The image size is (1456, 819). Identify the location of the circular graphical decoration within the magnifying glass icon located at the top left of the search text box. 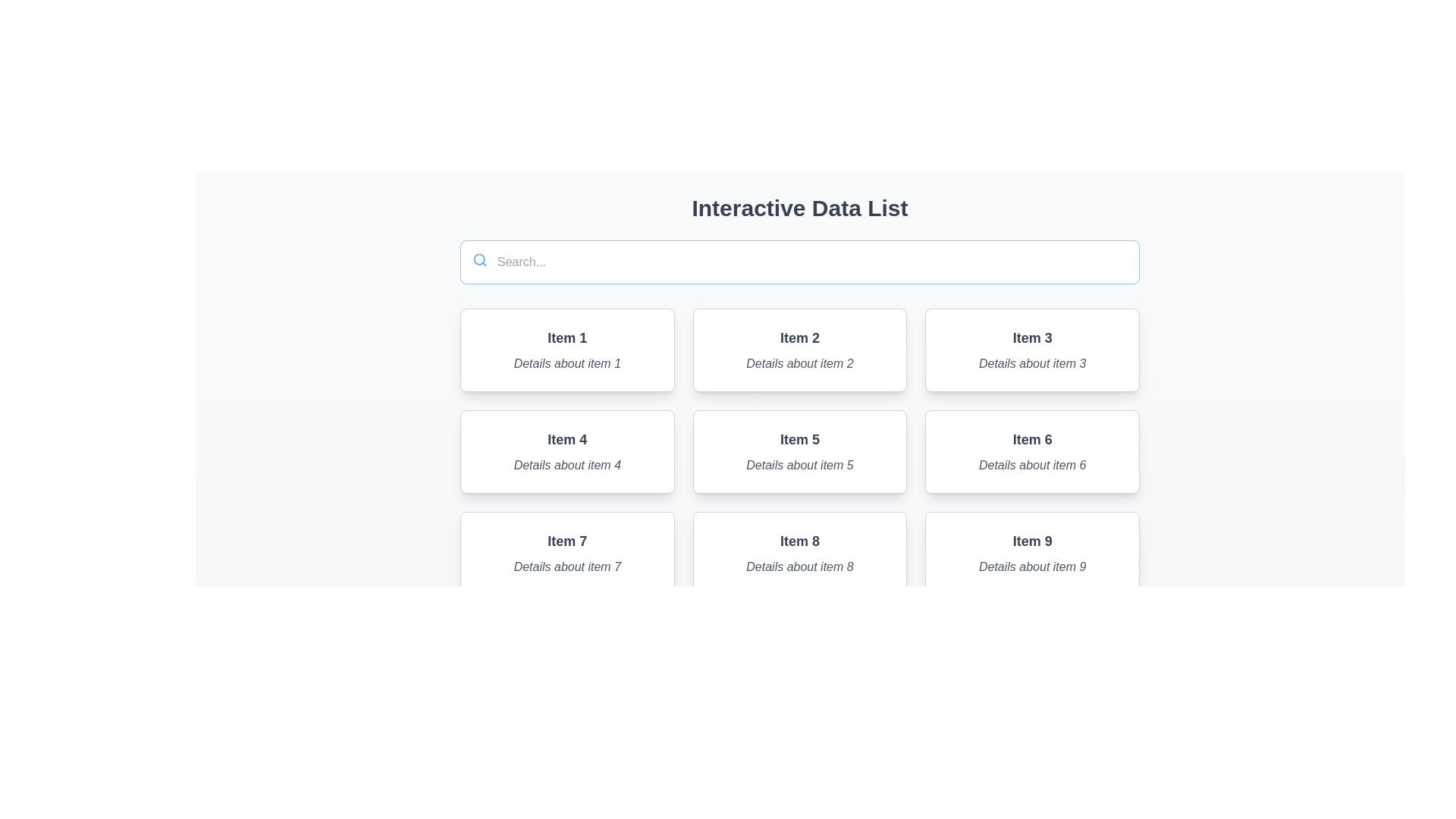
(479, 259).